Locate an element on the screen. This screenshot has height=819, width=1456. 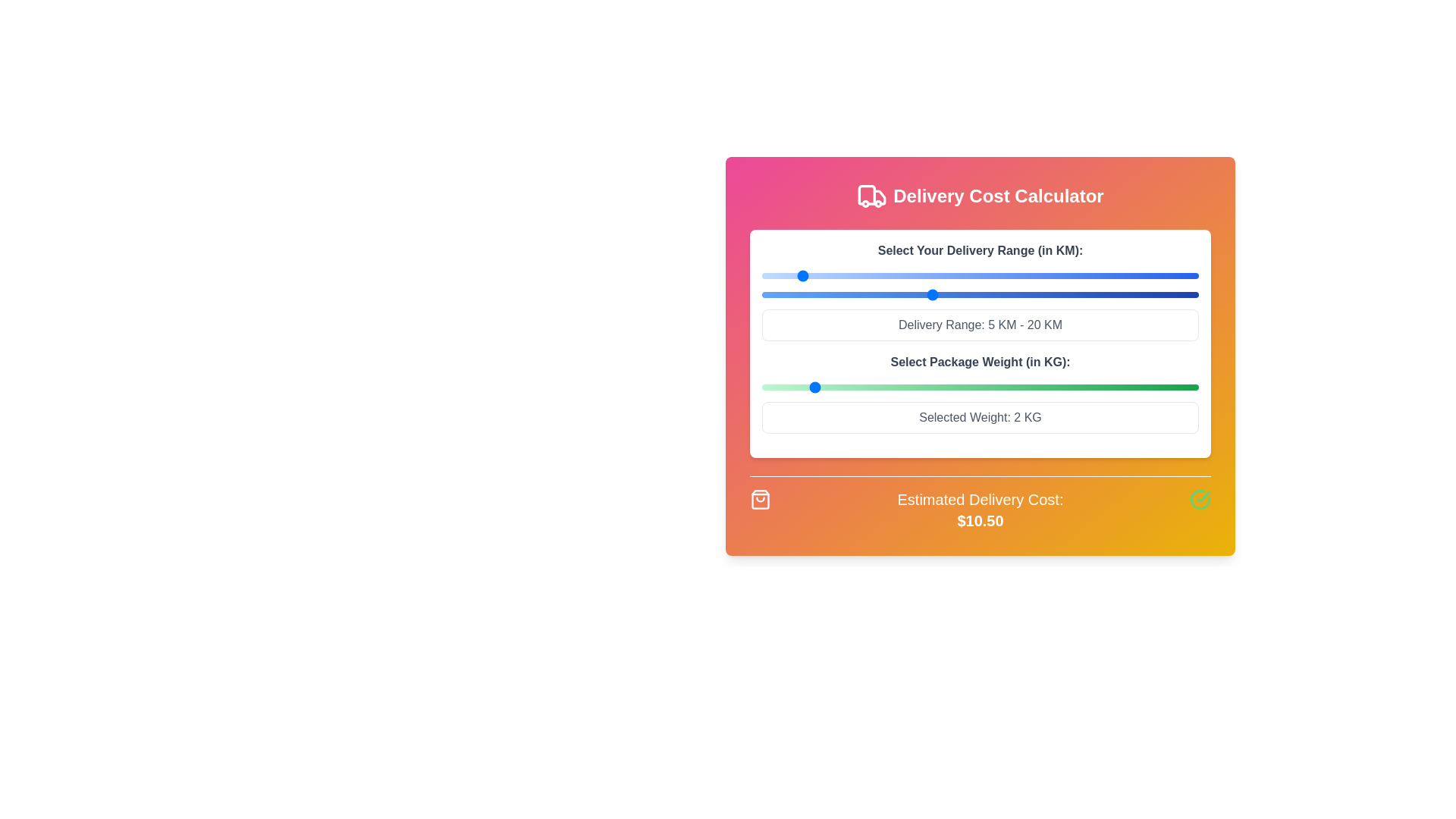
the shopping bag icon located on the left side of the section, adjacent to the text 'Estimated Delivery Cost: $10.50' is located at coordinates (761, 500).